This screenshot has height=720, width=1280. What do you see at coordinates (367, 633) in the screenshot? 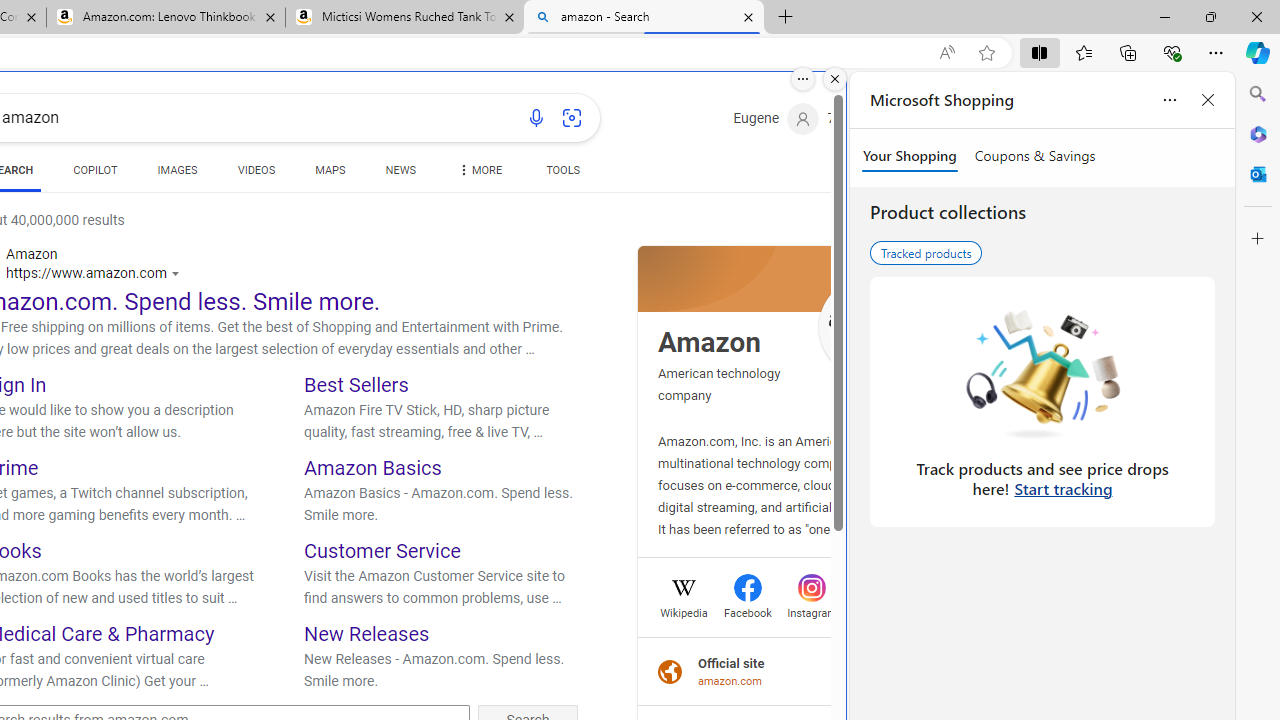
I see `'New Releases'` at bounding box center [367, 633].